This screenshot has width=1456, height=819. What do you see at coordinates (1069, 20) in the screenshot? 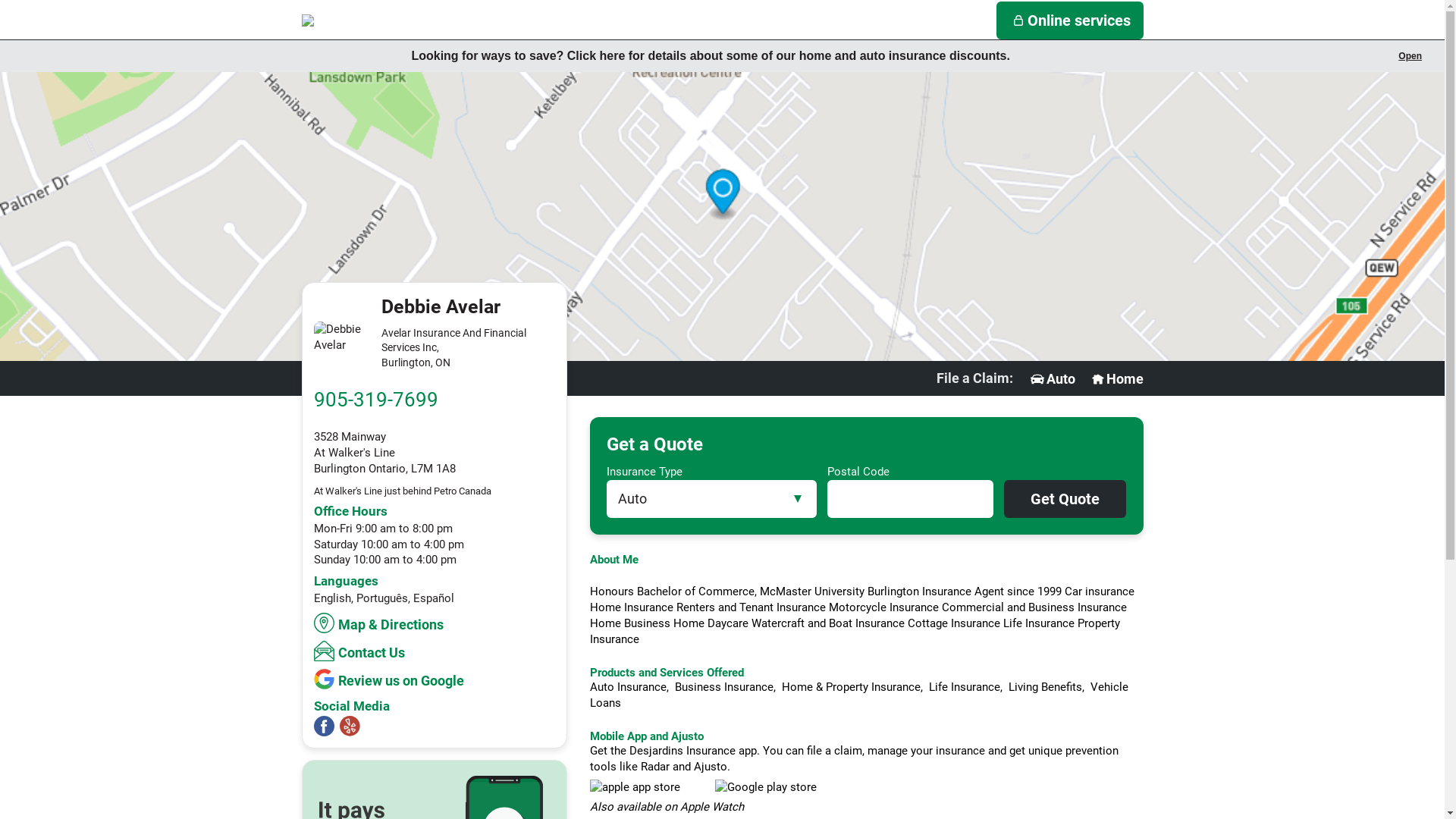
I see `'Online services'` at bounding box center [1069, 20].